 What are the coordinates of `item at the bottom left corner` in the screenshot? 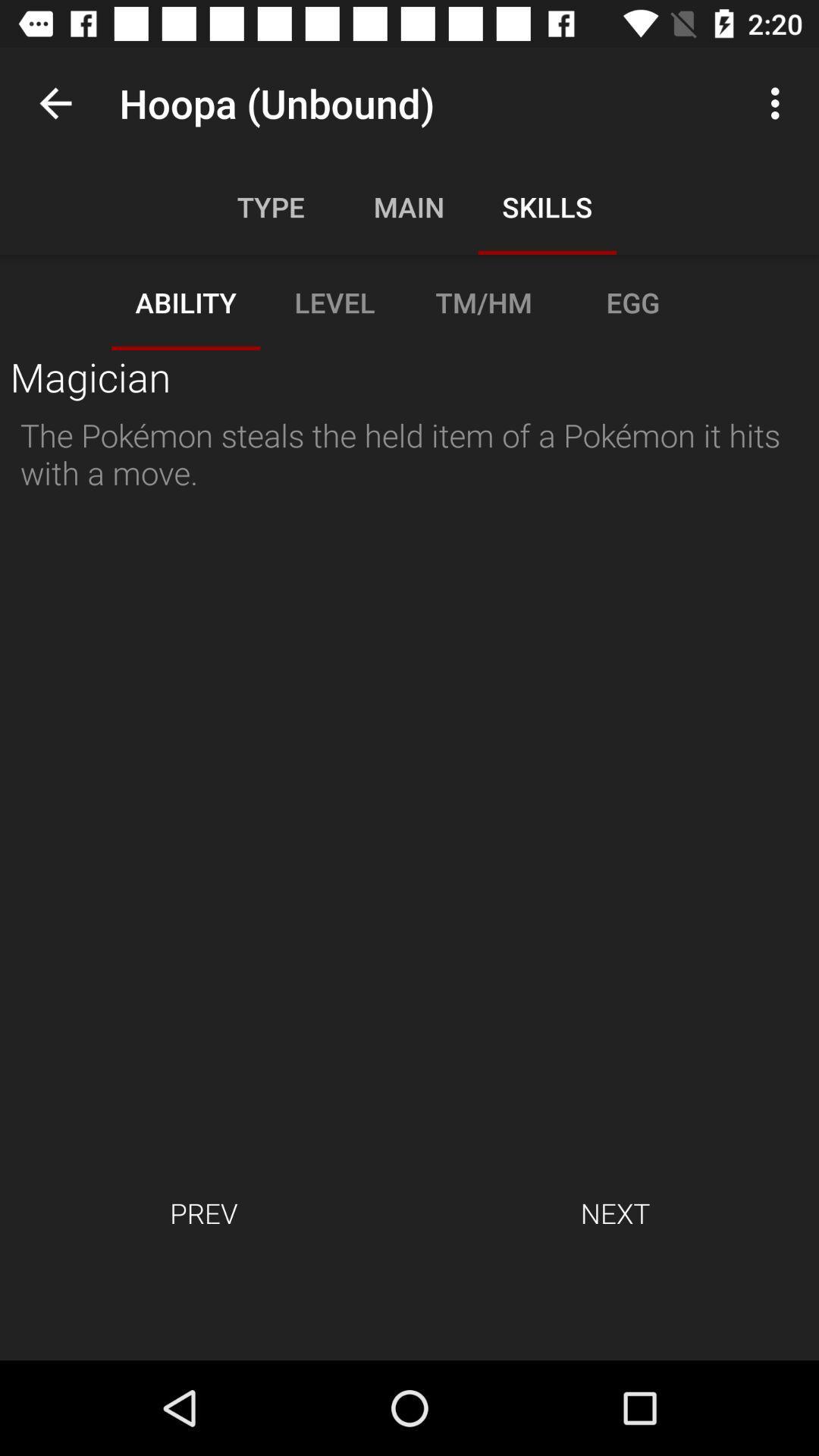 It's located at (202, 1212).